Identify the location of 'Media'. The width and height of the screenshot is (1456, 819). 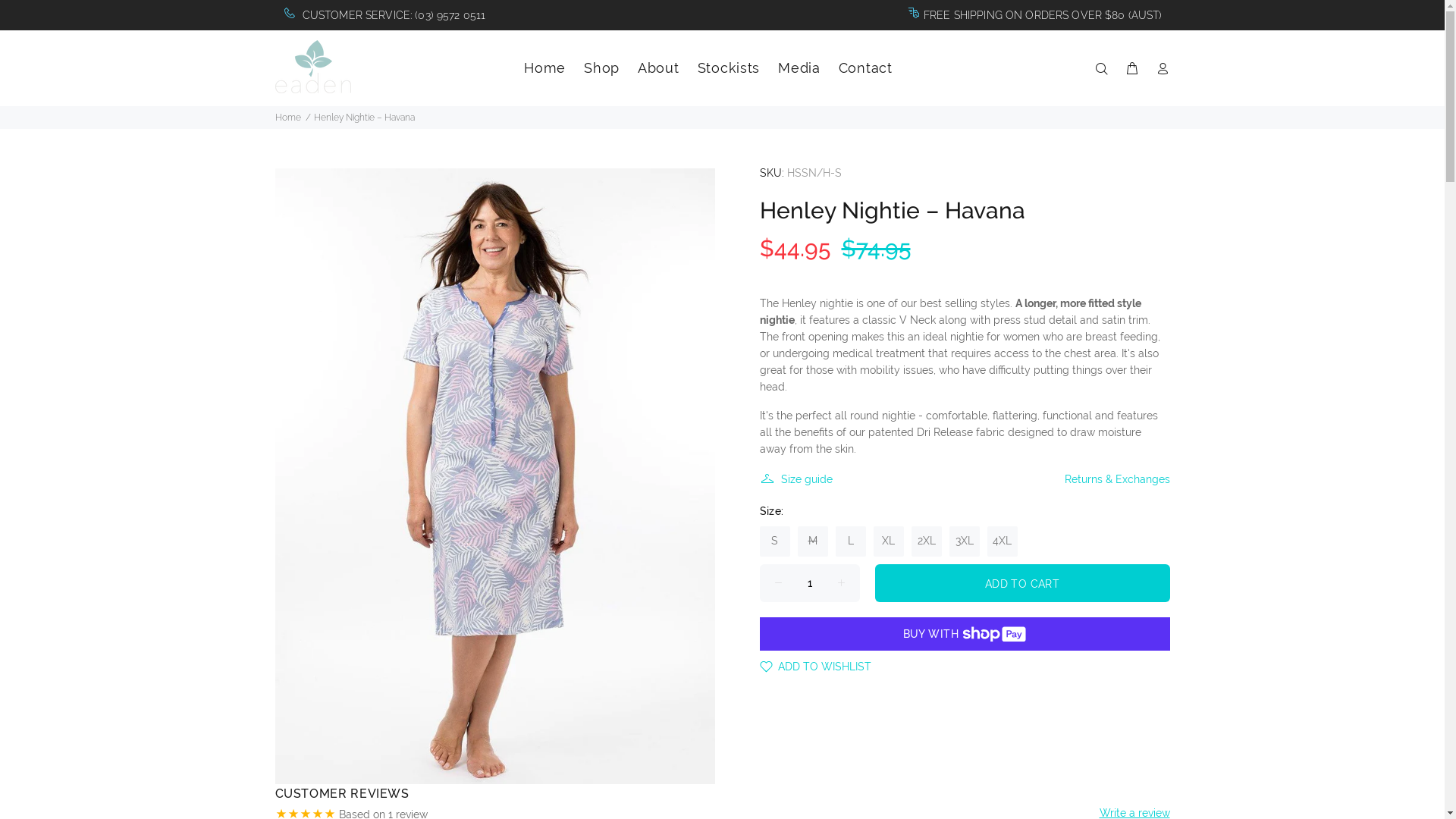
(813, 67).